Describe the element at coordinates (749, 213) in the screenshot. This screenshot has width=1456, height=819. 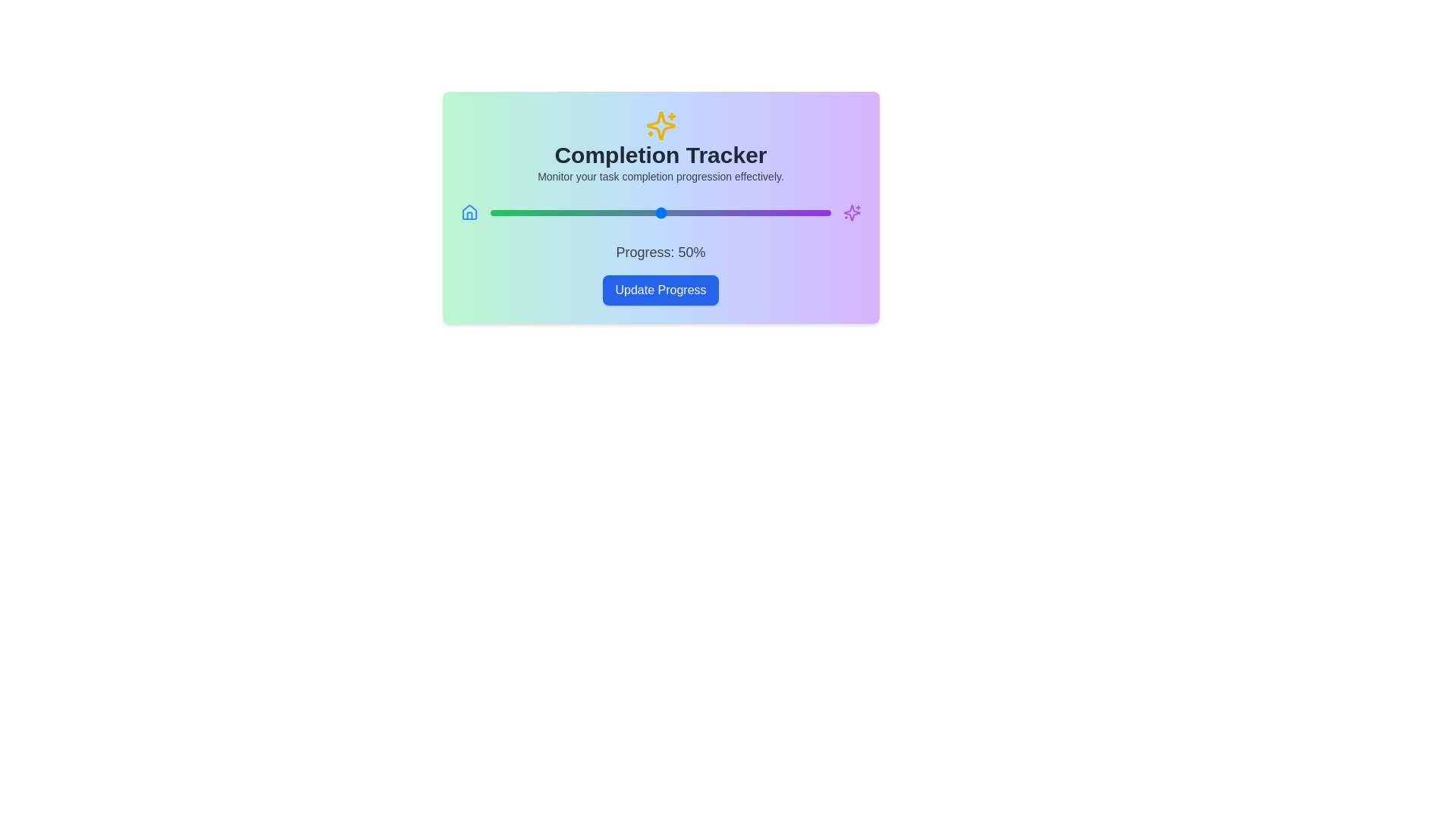
I see `the slider to set progress to 76%` at that location.